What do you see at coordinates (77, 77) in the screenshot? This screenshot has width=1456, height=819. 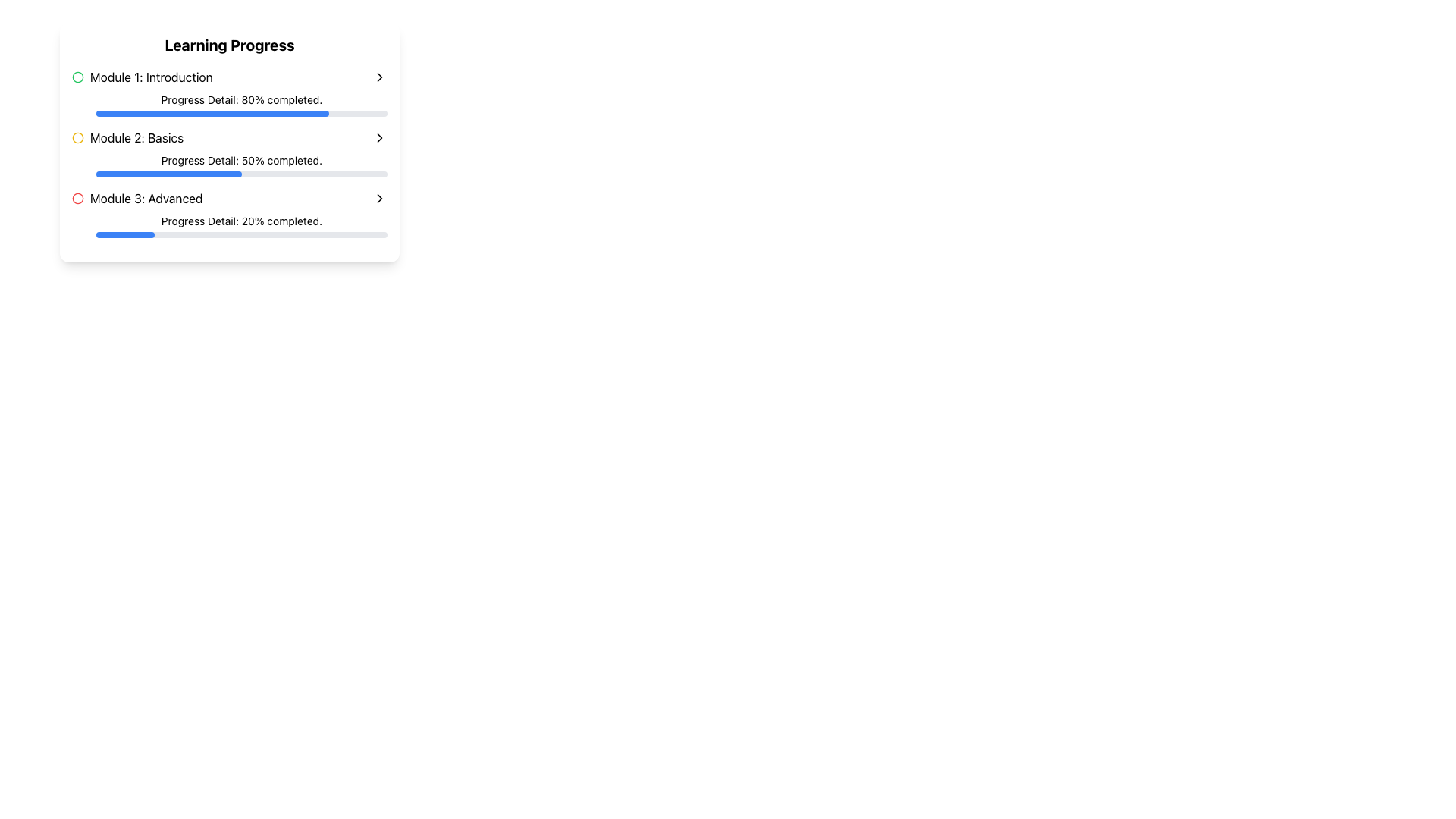 I see `the Status indicator icon with a green outline next to the 'Module 1: Introduction' label in the Learning Progress list` at bounding box center [77, 77].